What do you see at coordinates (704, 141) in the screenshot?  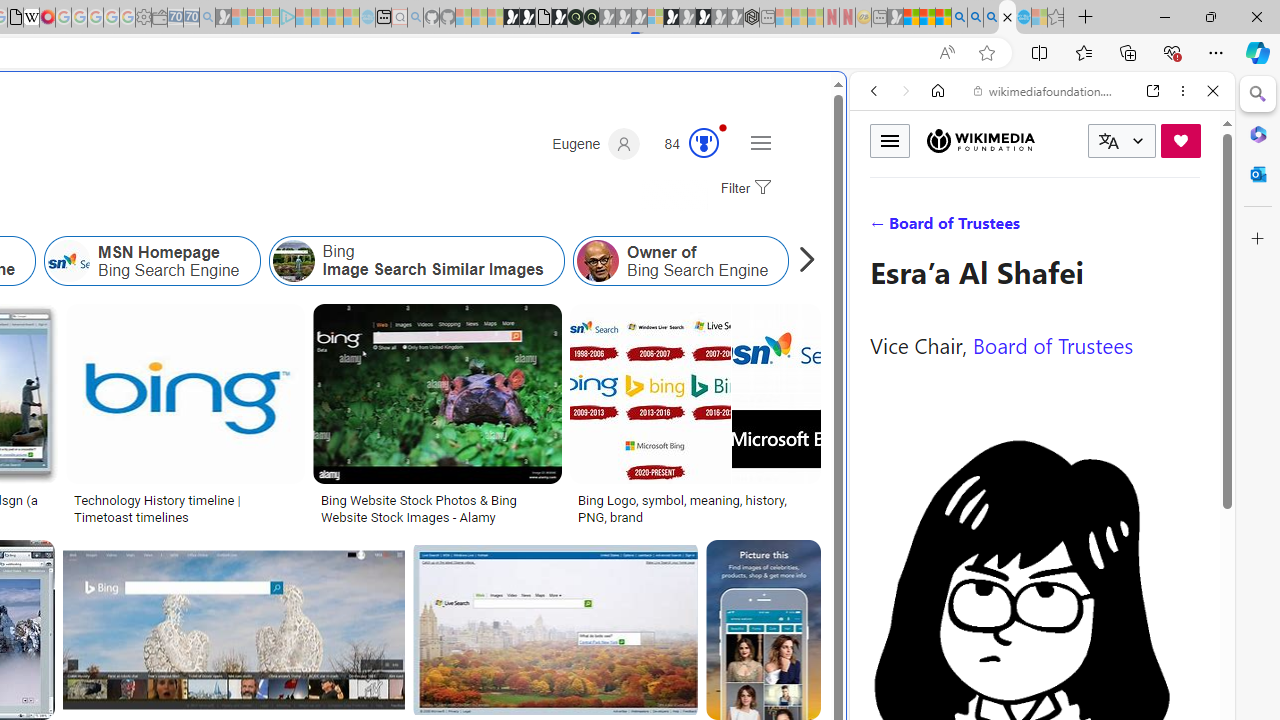 I see `'AutomationID: rh_meter'` at bounding box center [704, 141].